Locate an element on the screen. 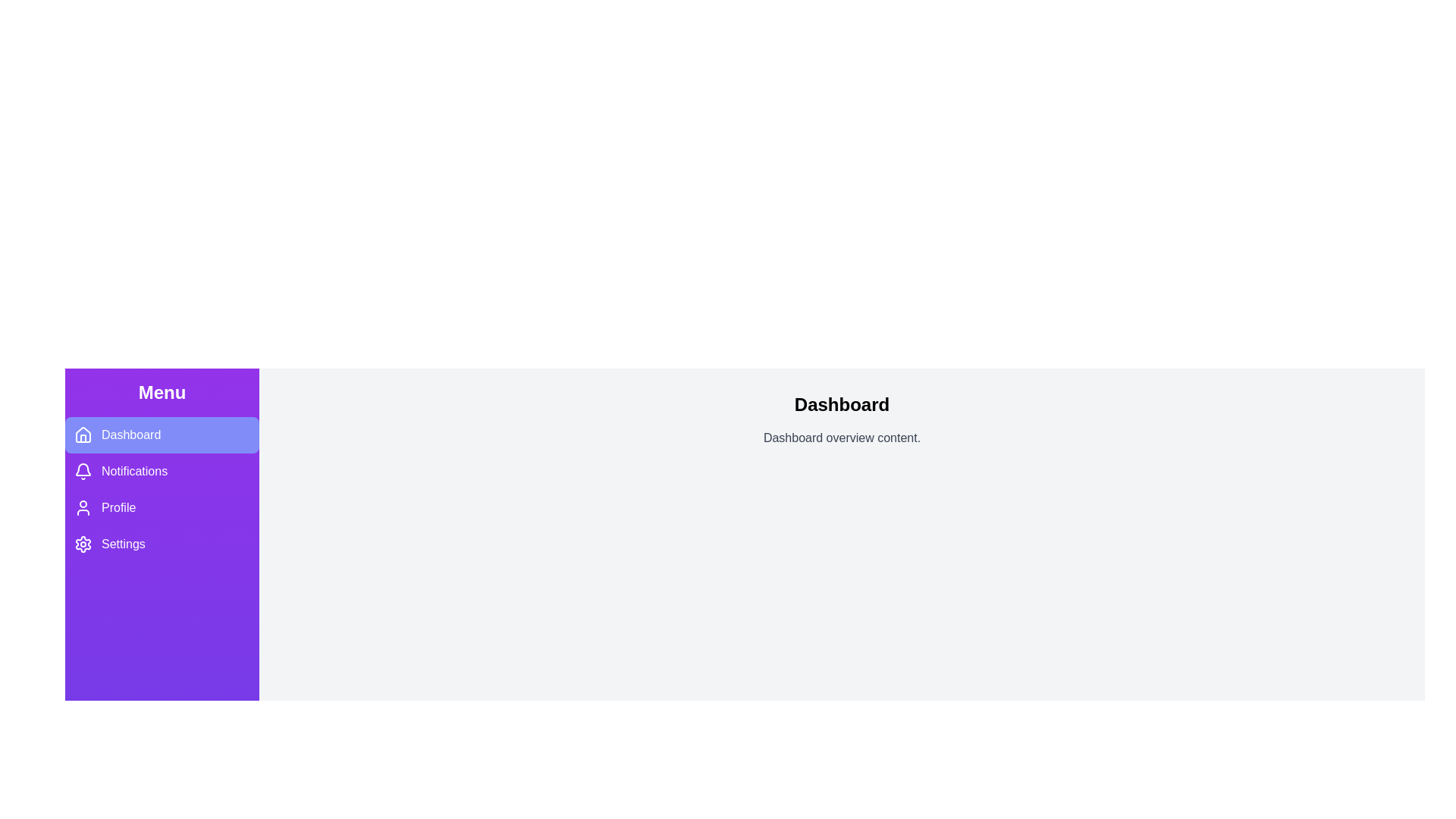  descriptive text block located under the 'Dashboard' title, which provides an overview of the dashboard's content and functionality is located at coordinates (841, 438).